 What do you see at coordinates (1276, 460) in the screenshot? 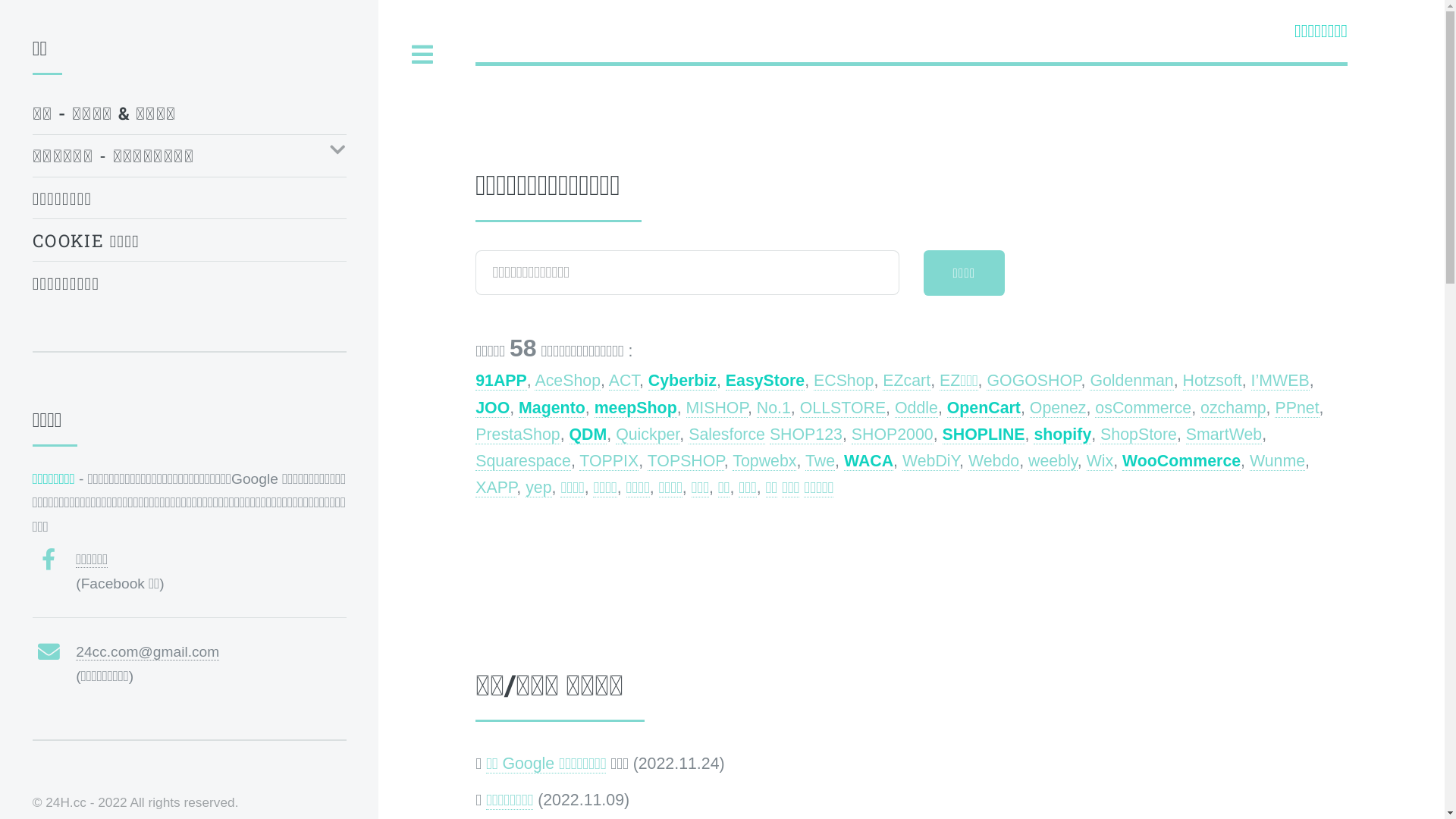
I see `'Wunme'` at bounding box center [1276, 460].